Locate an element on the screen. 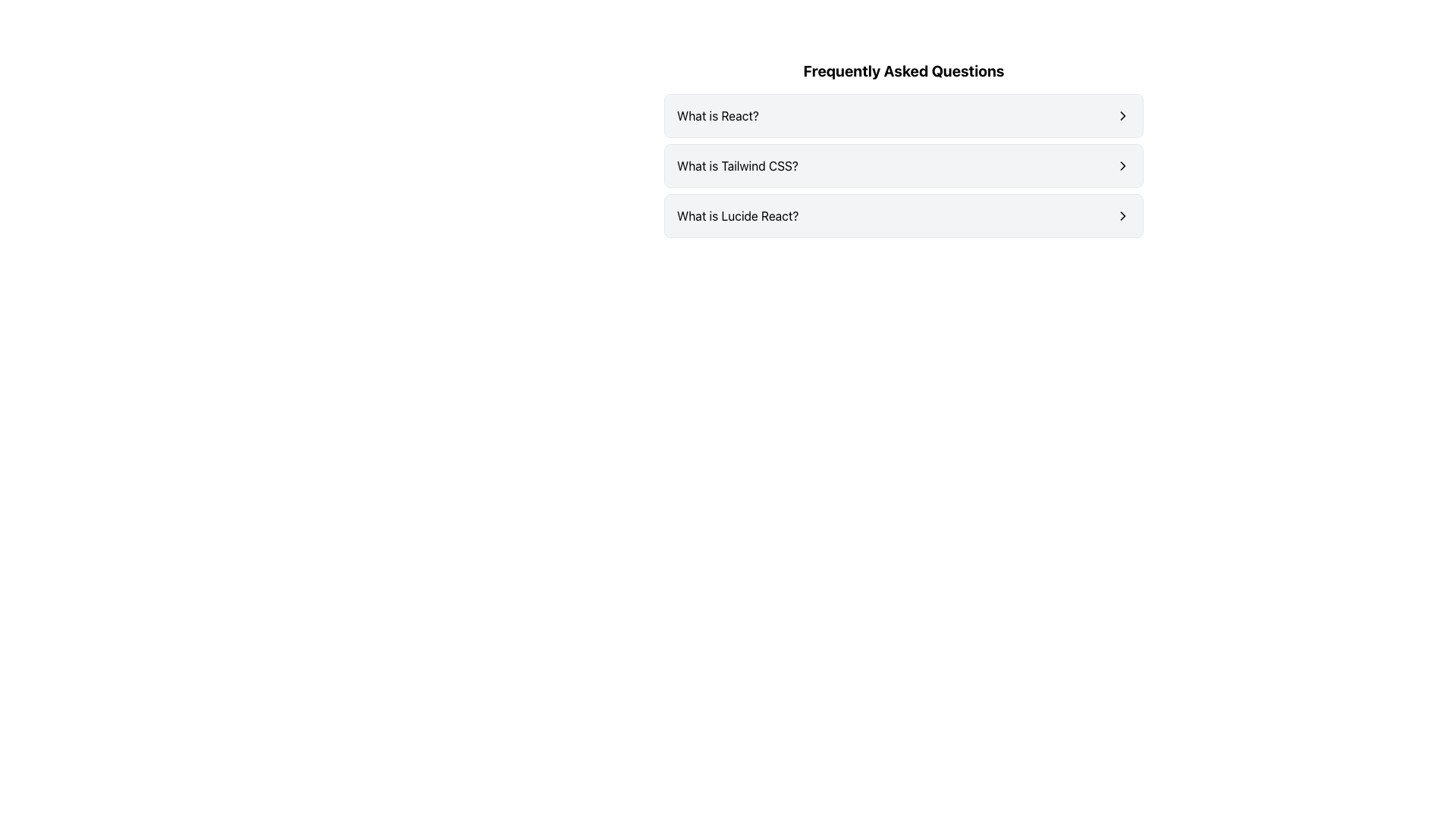 This screenshot has width=1456, height=819. the text element displaying 'What is React?' is located at coordinates (717, 115).